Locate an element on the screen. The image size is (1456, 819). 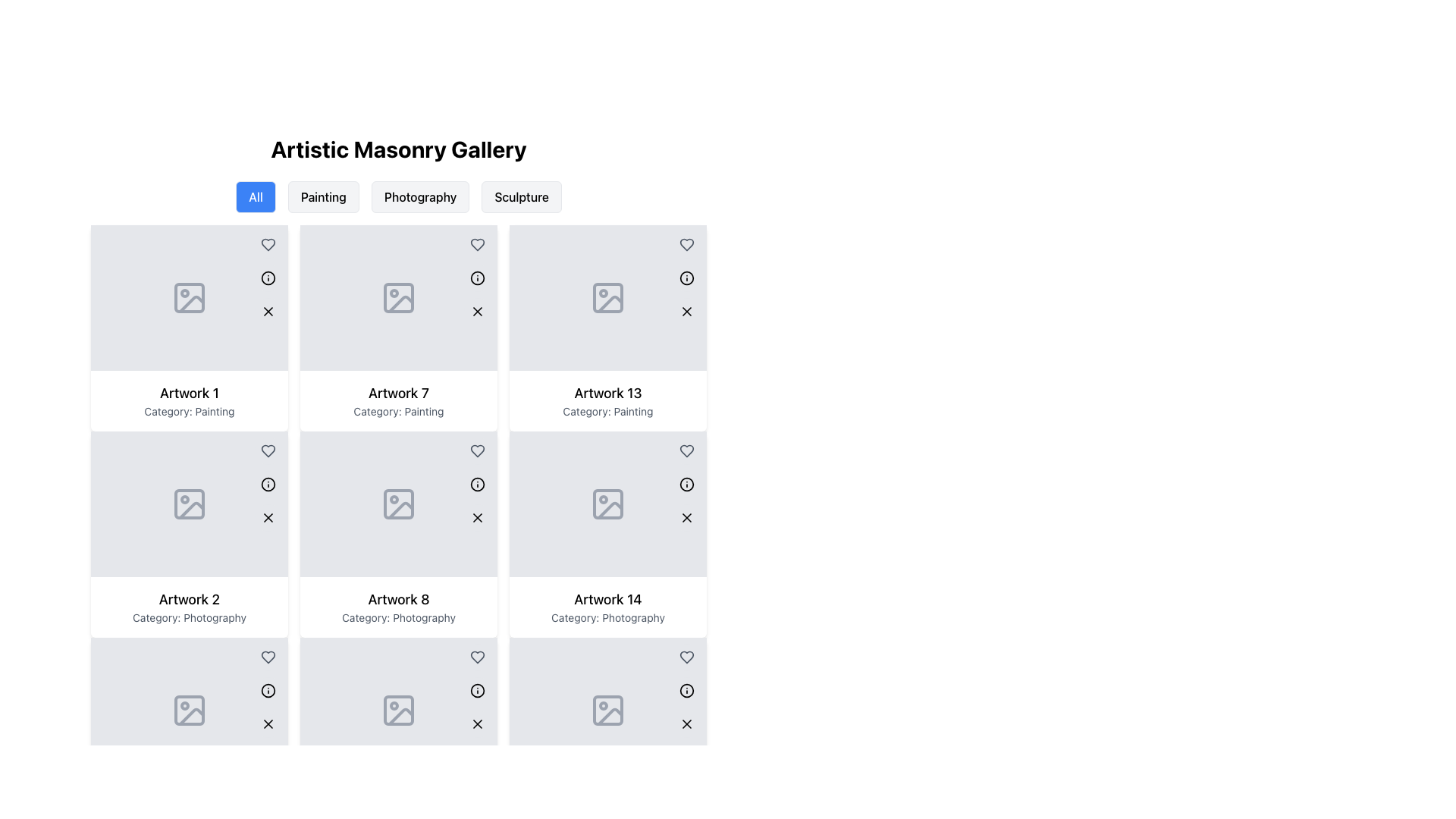
the 'X' icon button located at the bottom right corner of the first card in the grid layout is located at coordinates (268, 311).